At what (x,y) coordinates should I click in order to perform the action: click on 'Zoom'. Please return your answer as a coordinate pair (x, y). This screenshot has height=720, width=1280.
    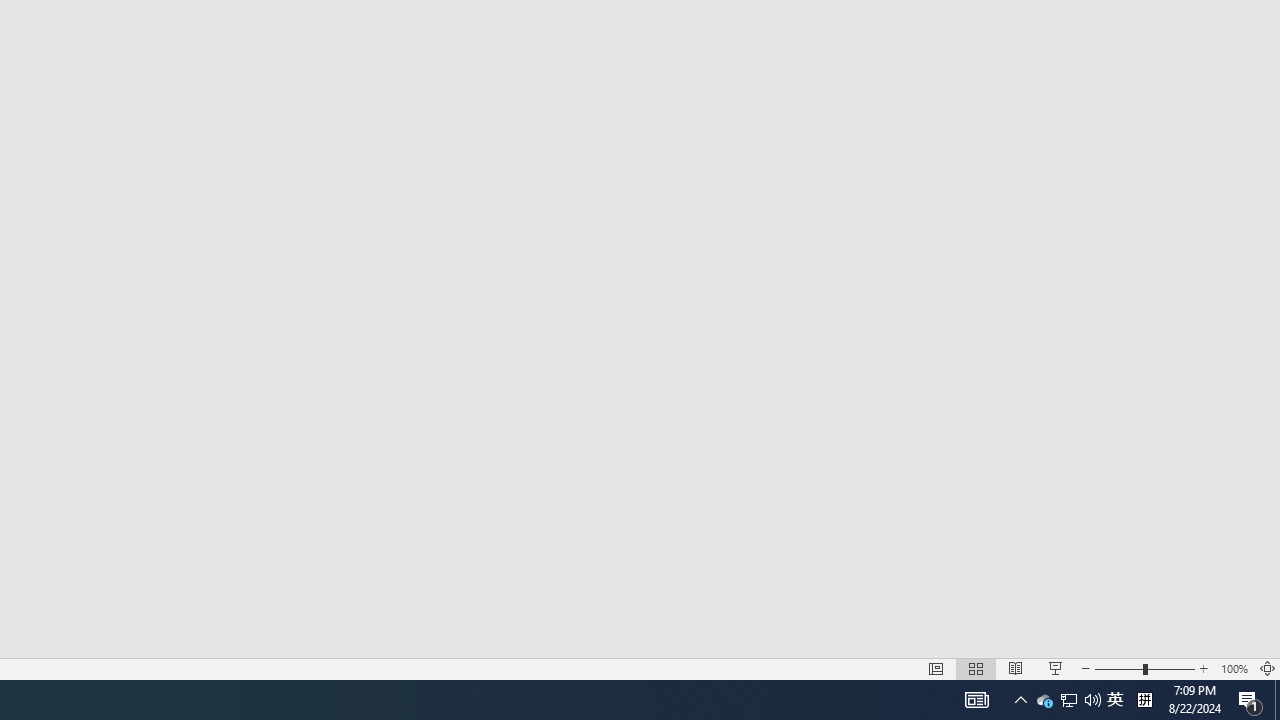
    Looking at the image, I should click on (1144, 669).